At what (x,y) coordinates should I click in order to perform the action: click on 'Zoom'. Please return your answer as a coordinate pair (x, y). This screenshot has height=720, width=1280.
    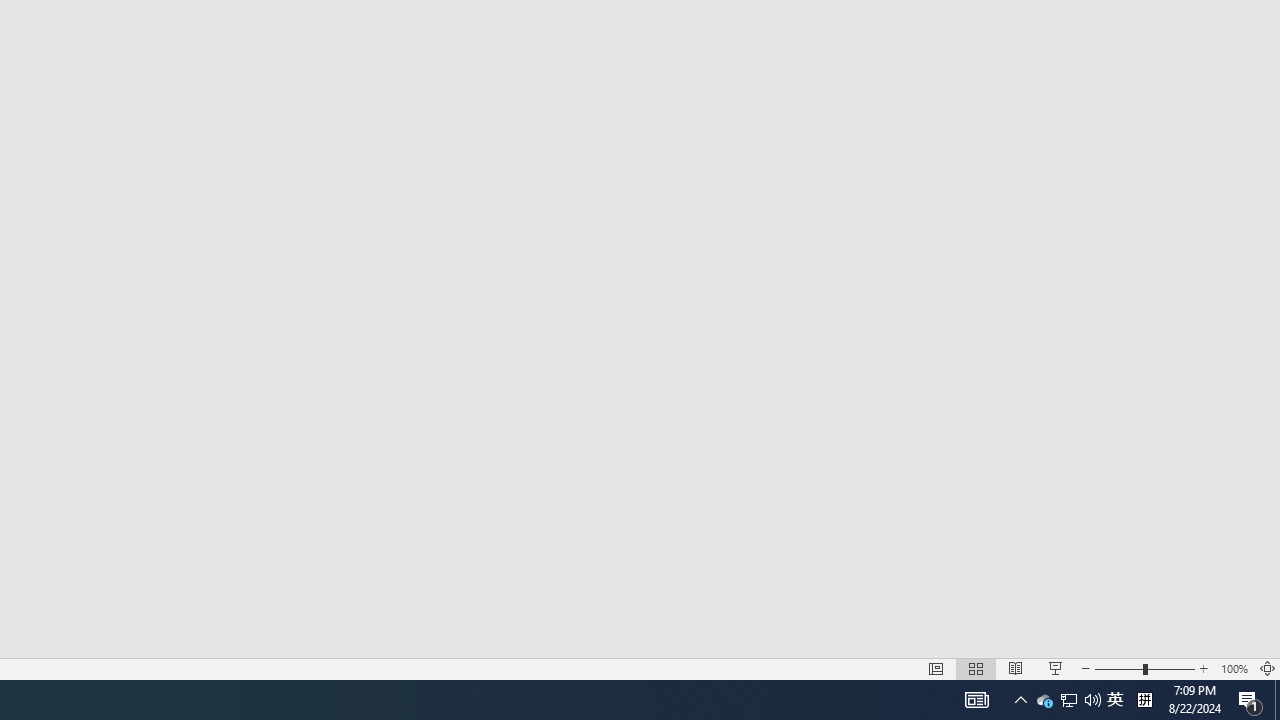
    Looking at the image, I should click on (1144, 669).